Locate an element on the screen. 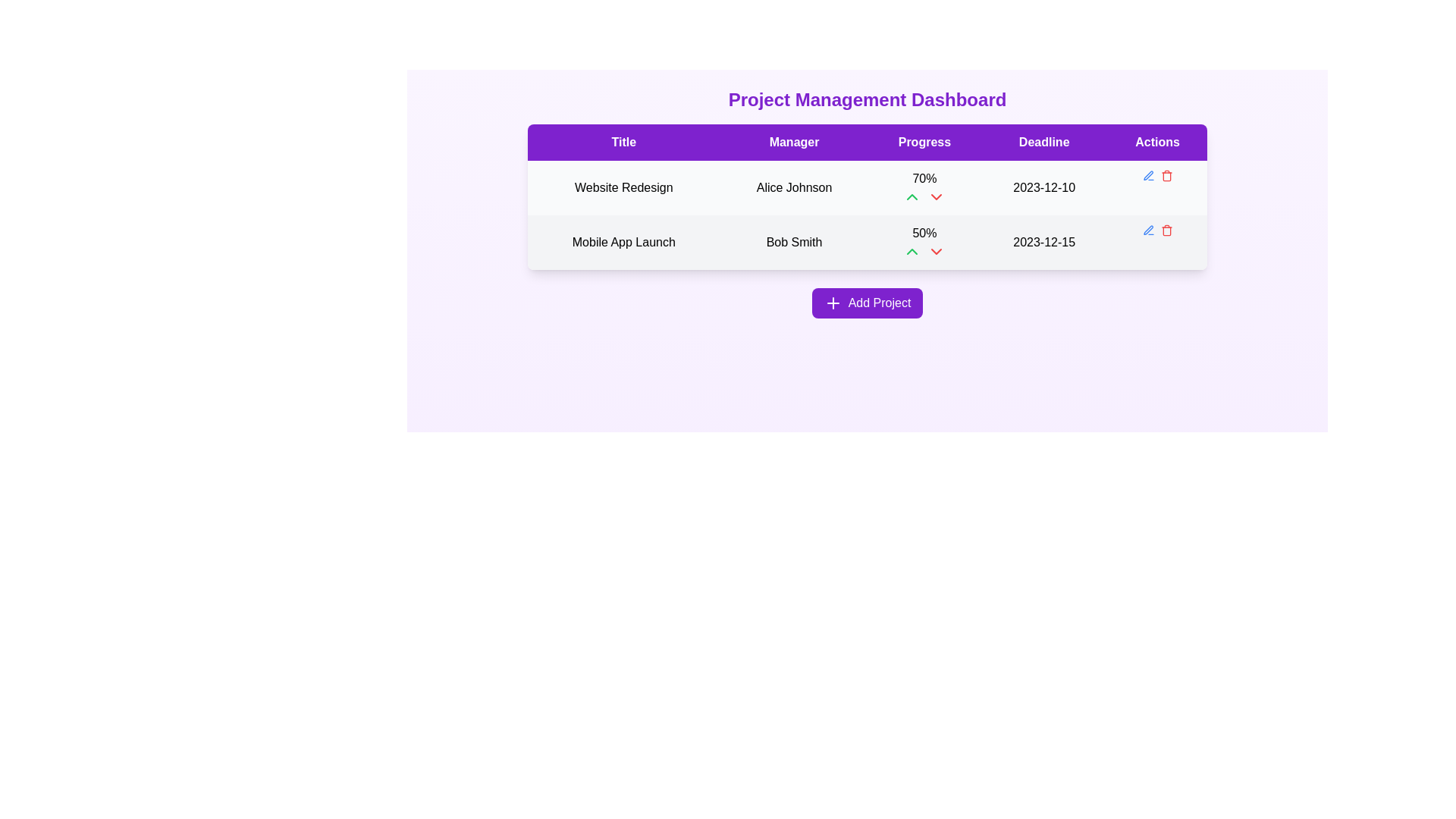 The width and height of the screenshot is (1456, 819). the second row of the project table is located at coordinates (867, 215).